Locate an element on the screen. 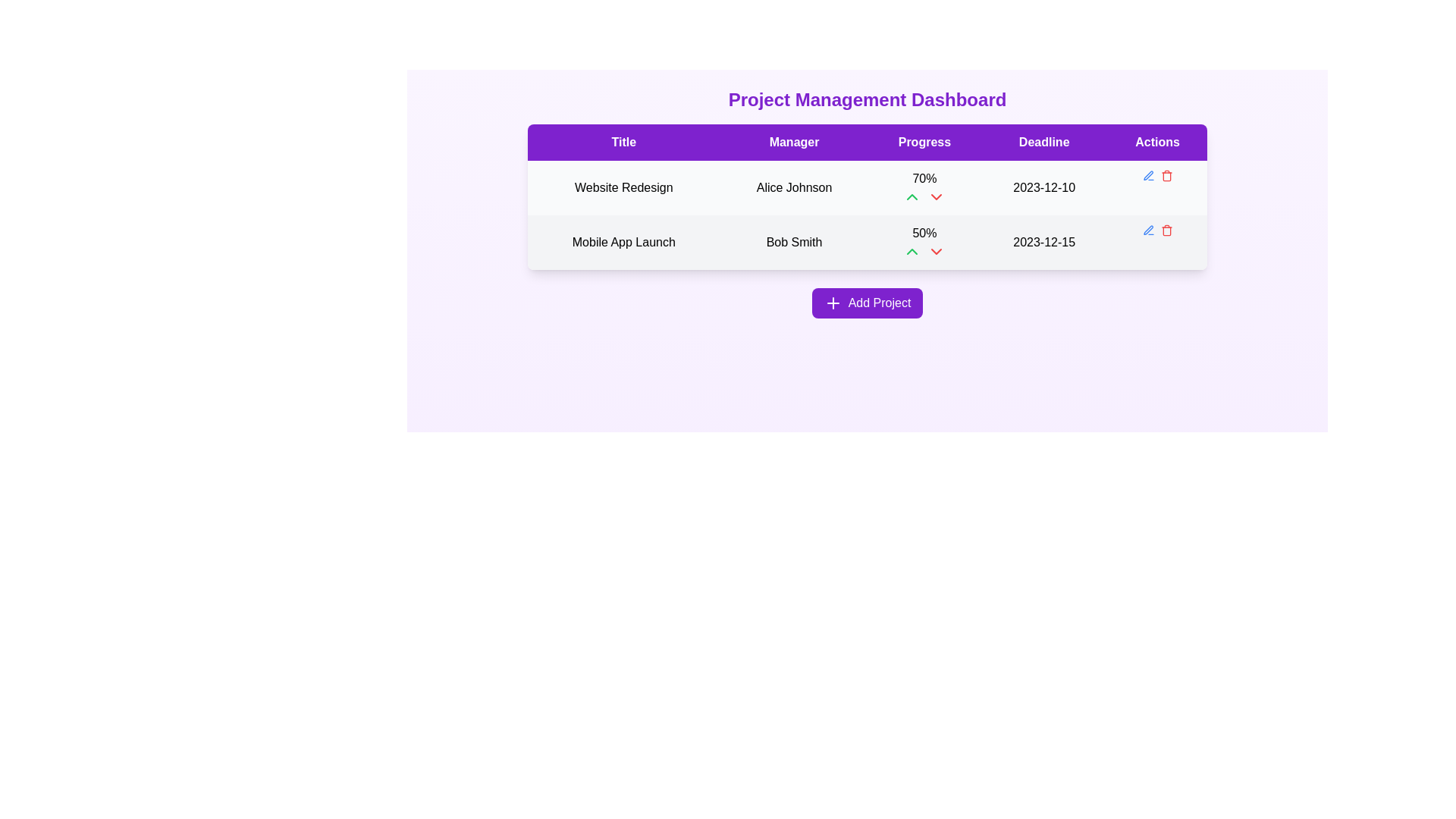 The width and height of the screenshot is (1456, 819). the second row of the project table is located at coordinates (867, 215).